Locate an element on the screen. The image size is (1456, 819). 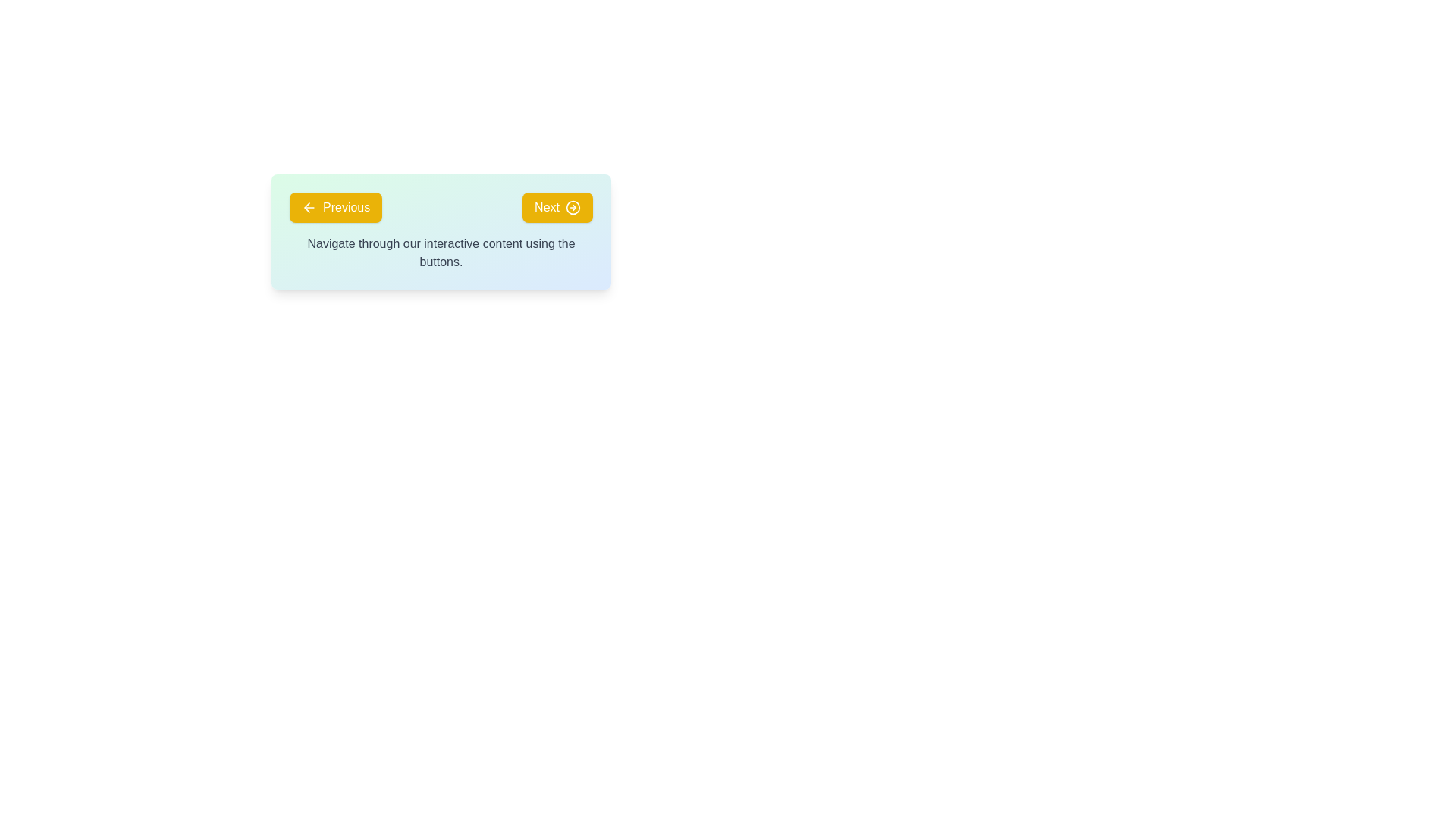
the 'Previous' button, which is a yellow rectangular button with rounded corners containing a left-pointing arrow icon and the text 'Previous' in white is located at coordinates (335, 207).